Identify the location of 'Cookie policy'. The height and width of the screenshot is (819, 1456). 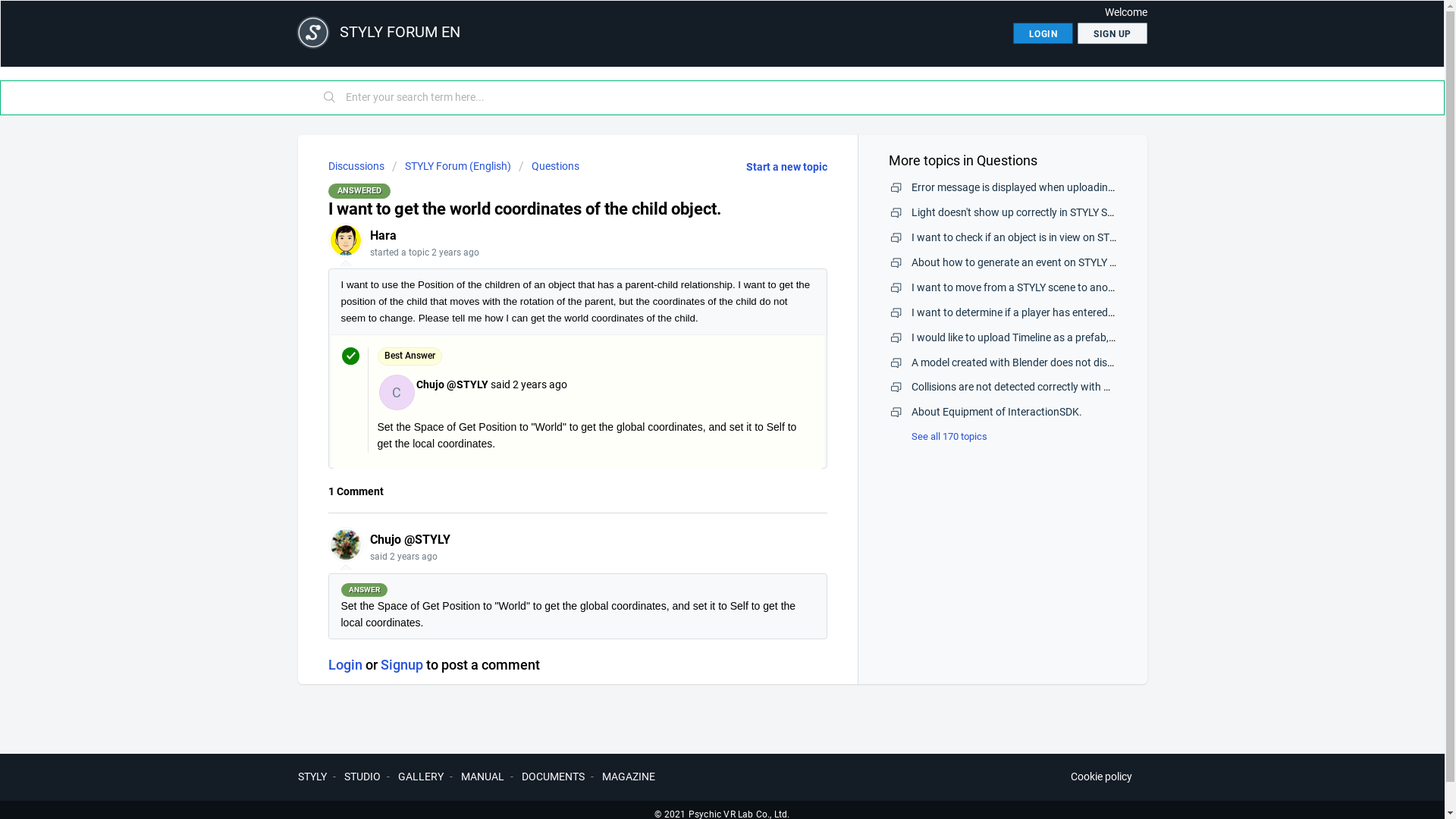
(1101, 777).